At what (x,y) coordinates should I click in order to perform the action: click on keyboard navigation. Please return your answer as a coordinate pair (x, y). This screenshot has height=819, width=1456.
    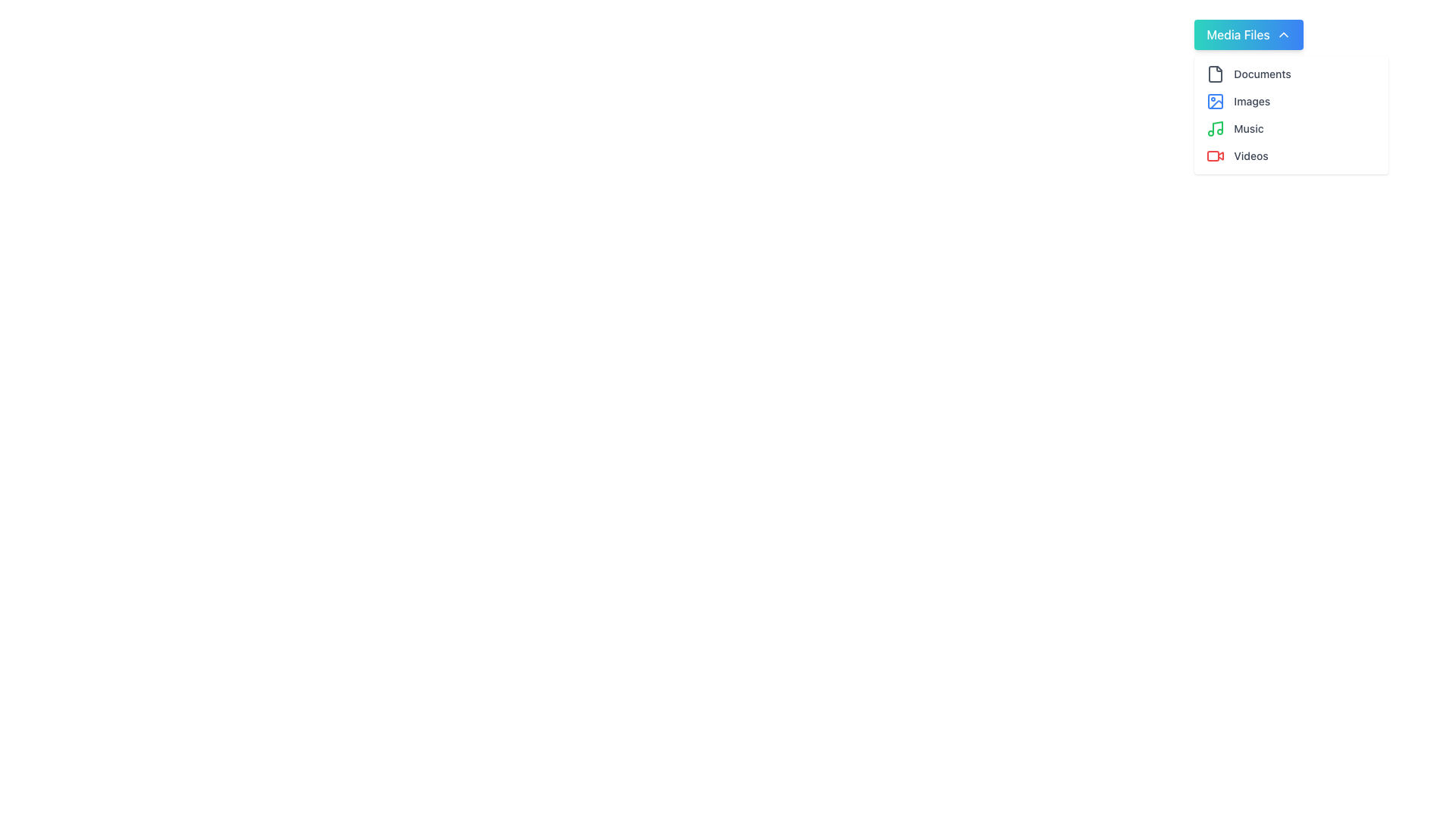
    Looking at the image, I should click on (1291, 102).